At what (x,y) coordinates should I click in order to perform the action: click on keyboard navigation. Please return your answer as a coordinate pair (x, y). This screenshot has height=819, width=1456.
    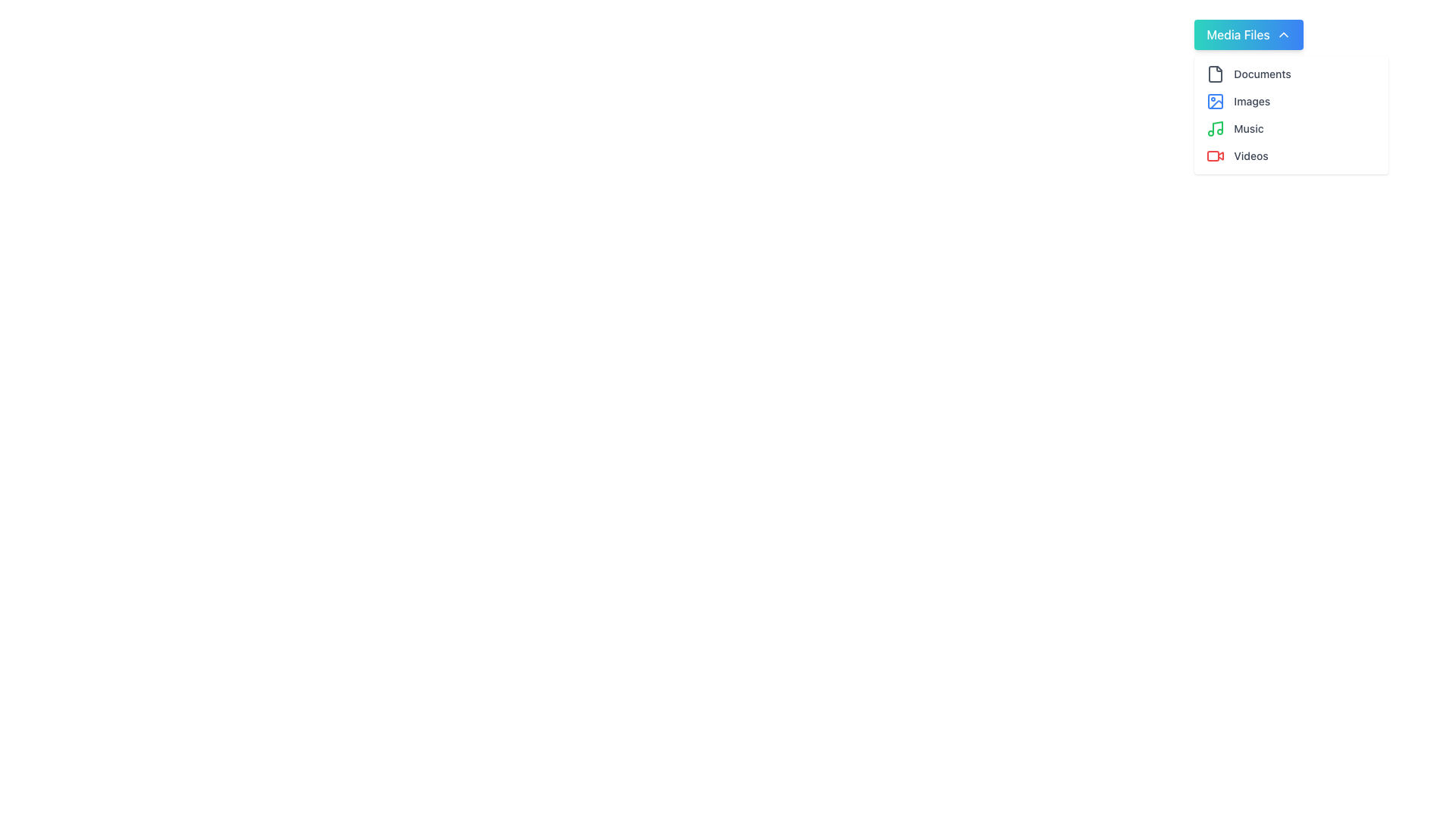
    Looking at the image, I should click on (1291, 102).